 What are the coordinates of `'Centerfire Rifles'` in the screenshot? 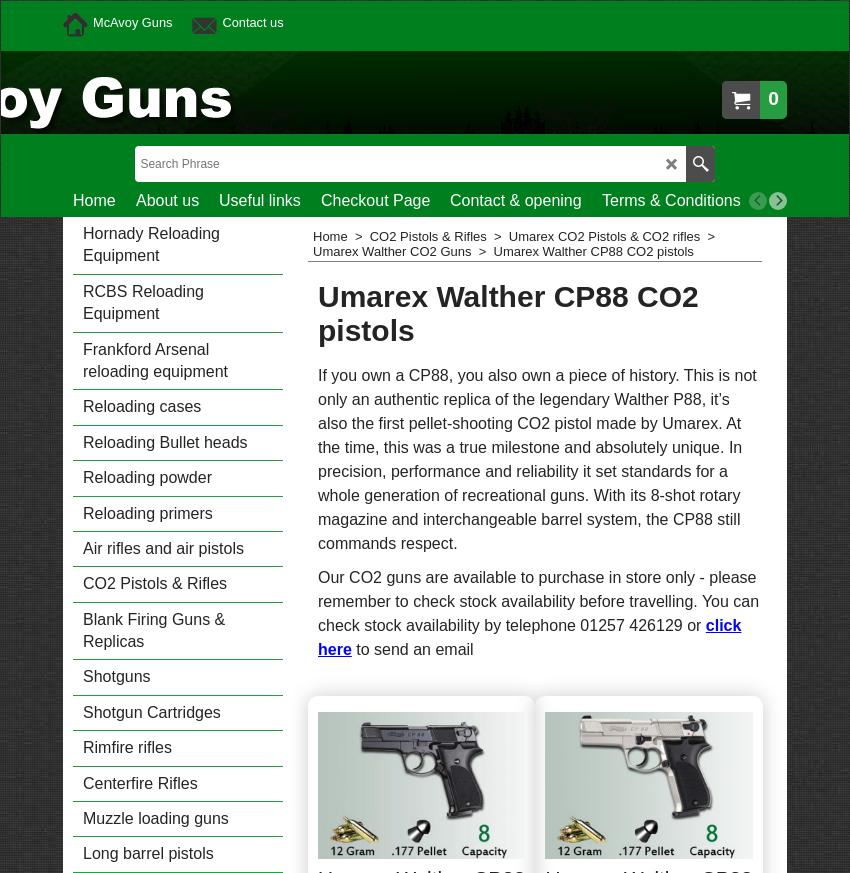 It's located at (82, 781).